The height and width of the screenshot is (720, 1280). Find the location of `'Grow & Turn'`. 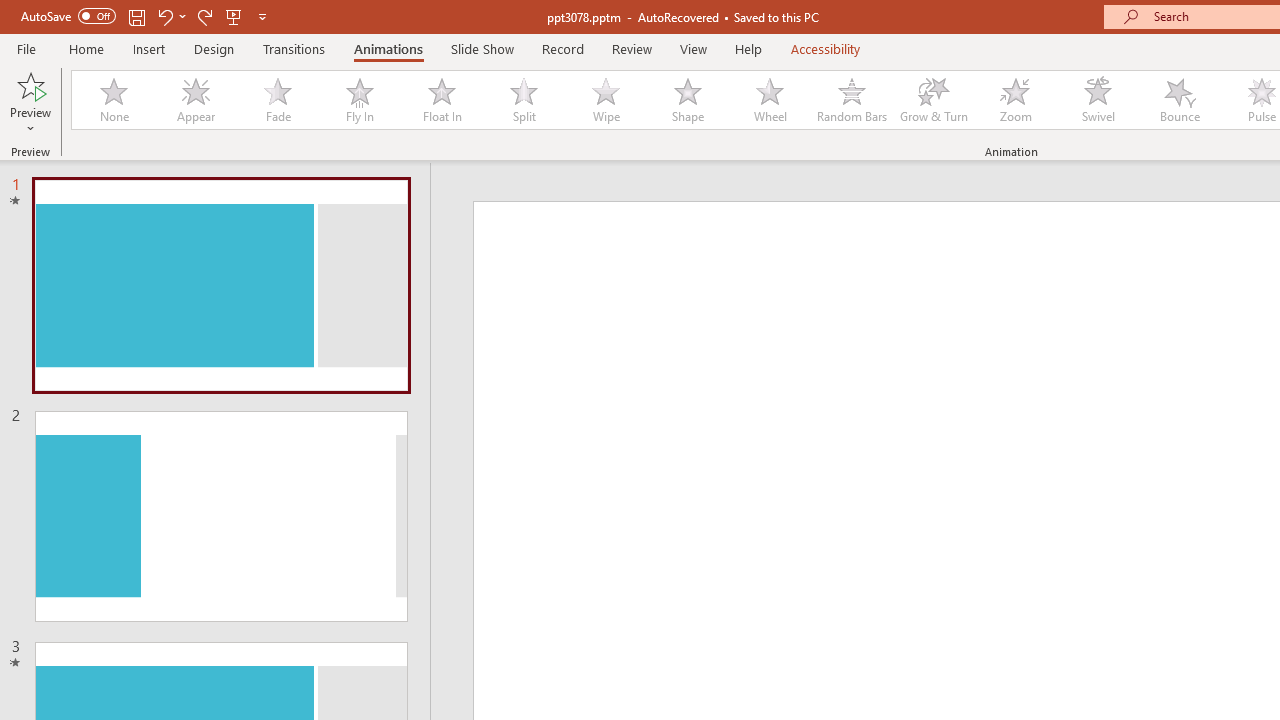

'Grow & Turn' is located at coordinates (933, 100).